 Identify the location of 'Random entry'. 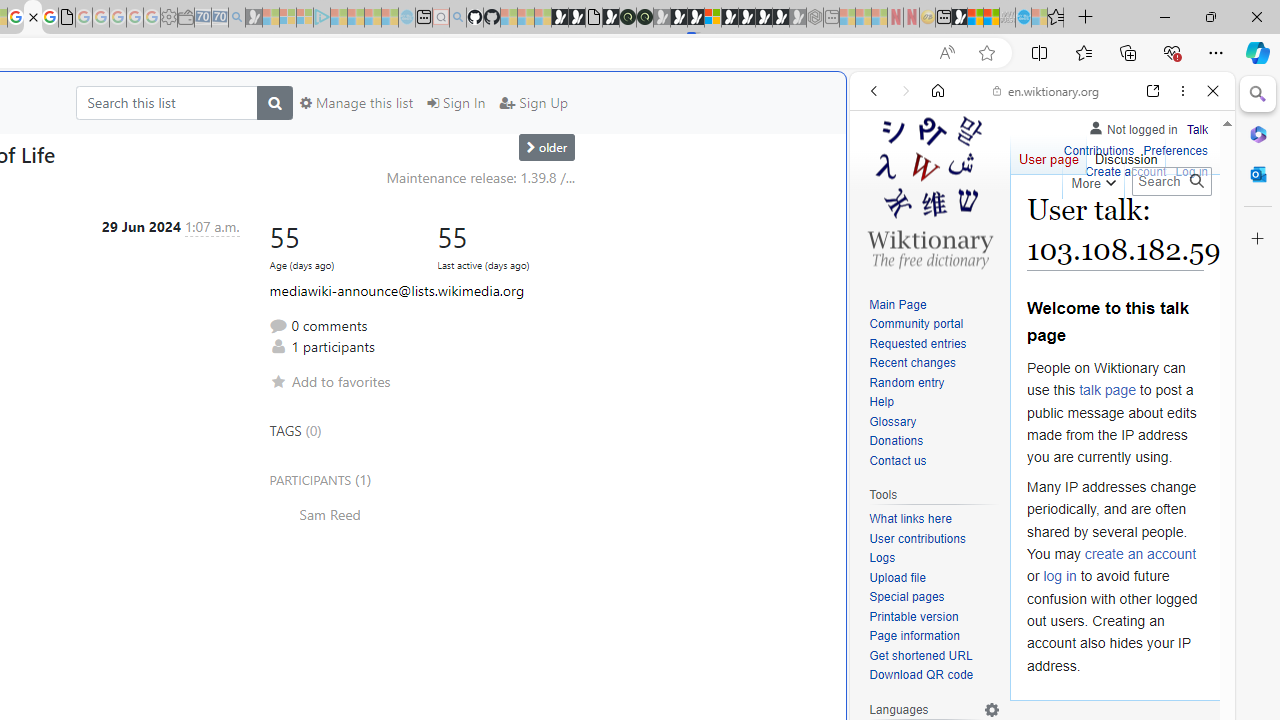
(934, 383).